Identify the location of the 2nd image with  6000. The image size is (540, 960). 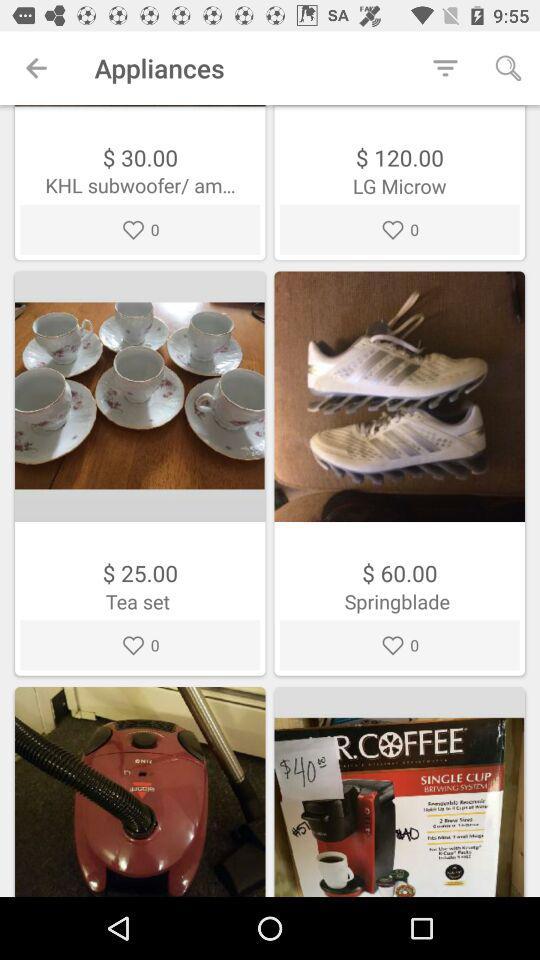
(399, 473).